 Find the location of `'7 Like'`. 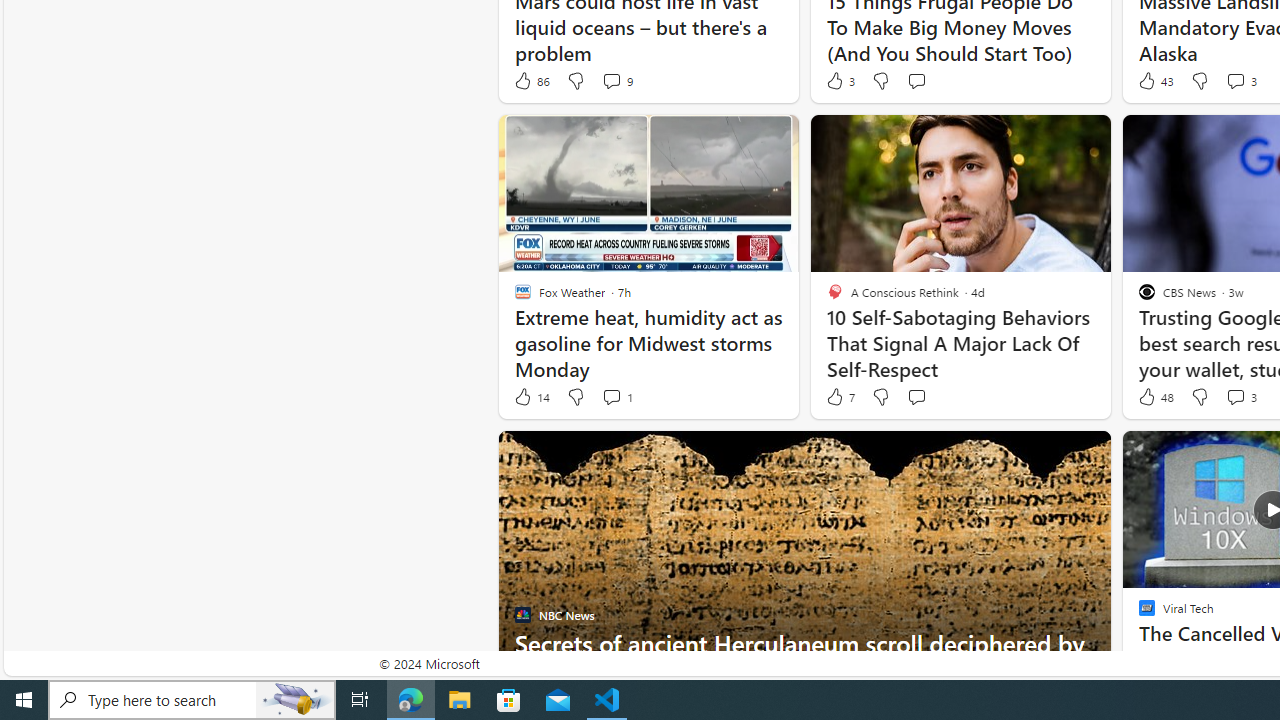

'7 Like' is located at coordinates (839, 397).